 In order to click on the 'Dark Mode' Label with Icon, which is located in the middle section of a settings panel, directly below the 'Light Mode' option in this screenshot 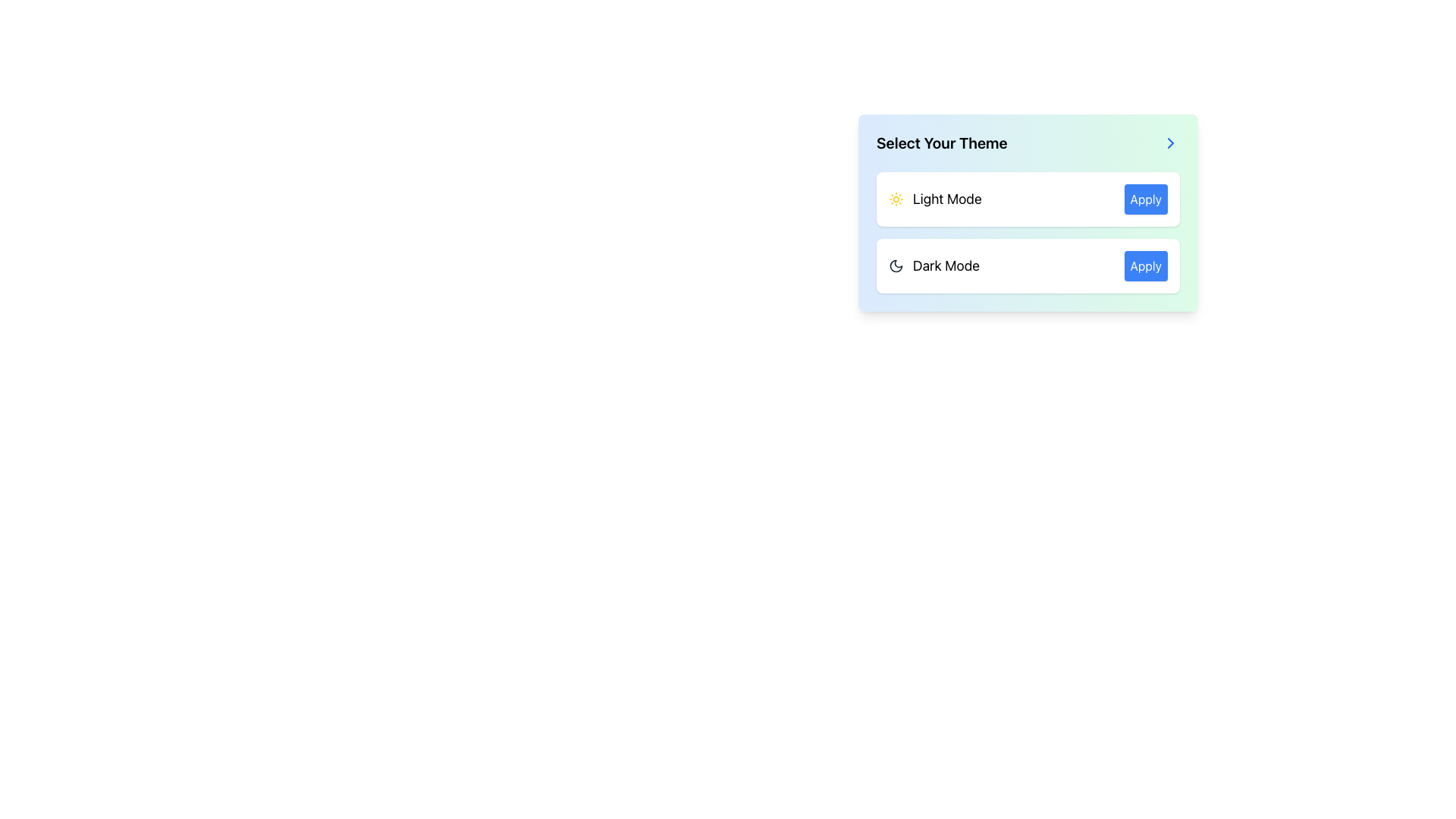, I will do `click(934, 265)`.